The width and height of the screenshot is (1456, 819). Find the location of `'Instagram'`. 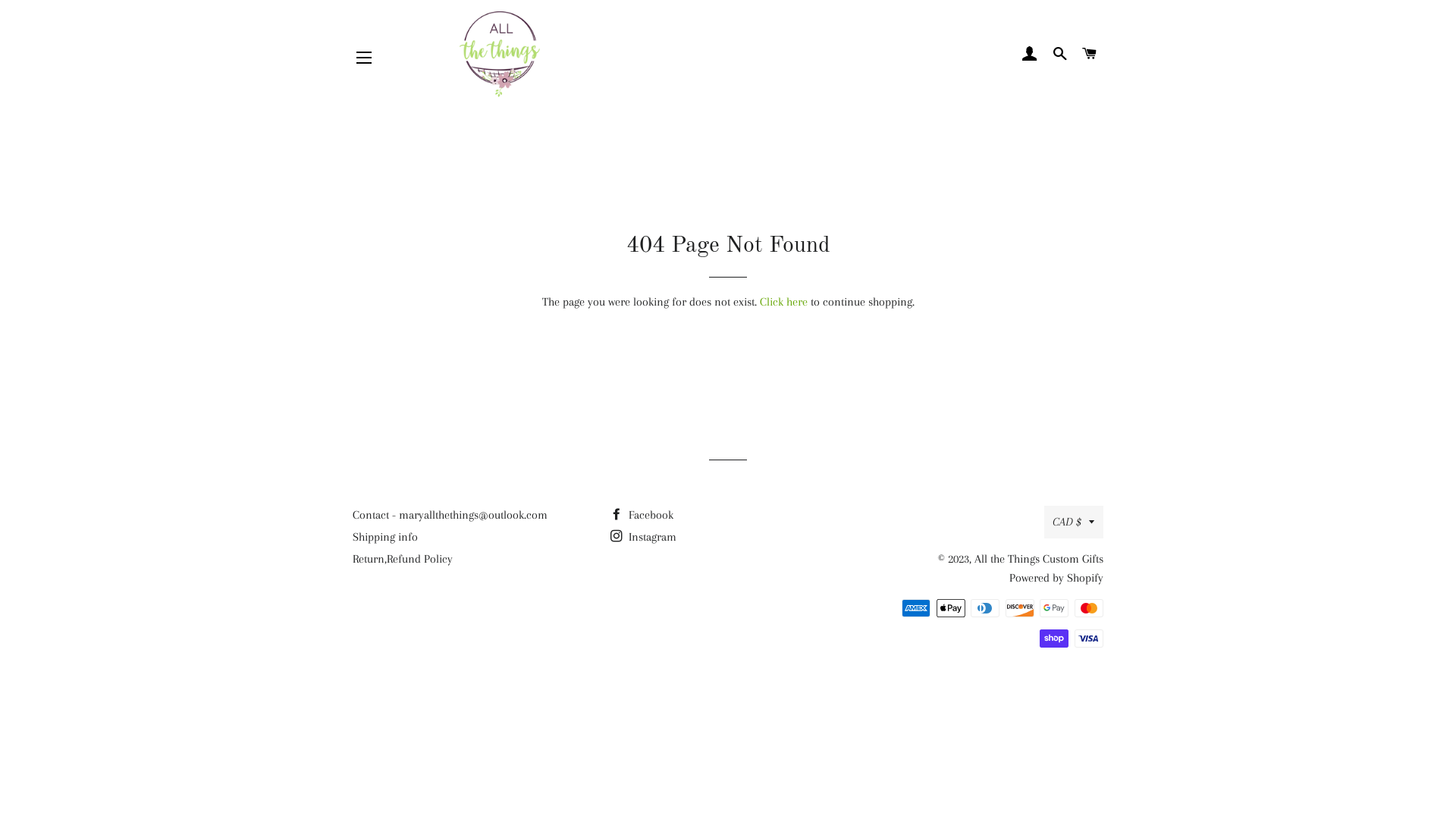

'Instagram' is located at coordinates (610, 536).